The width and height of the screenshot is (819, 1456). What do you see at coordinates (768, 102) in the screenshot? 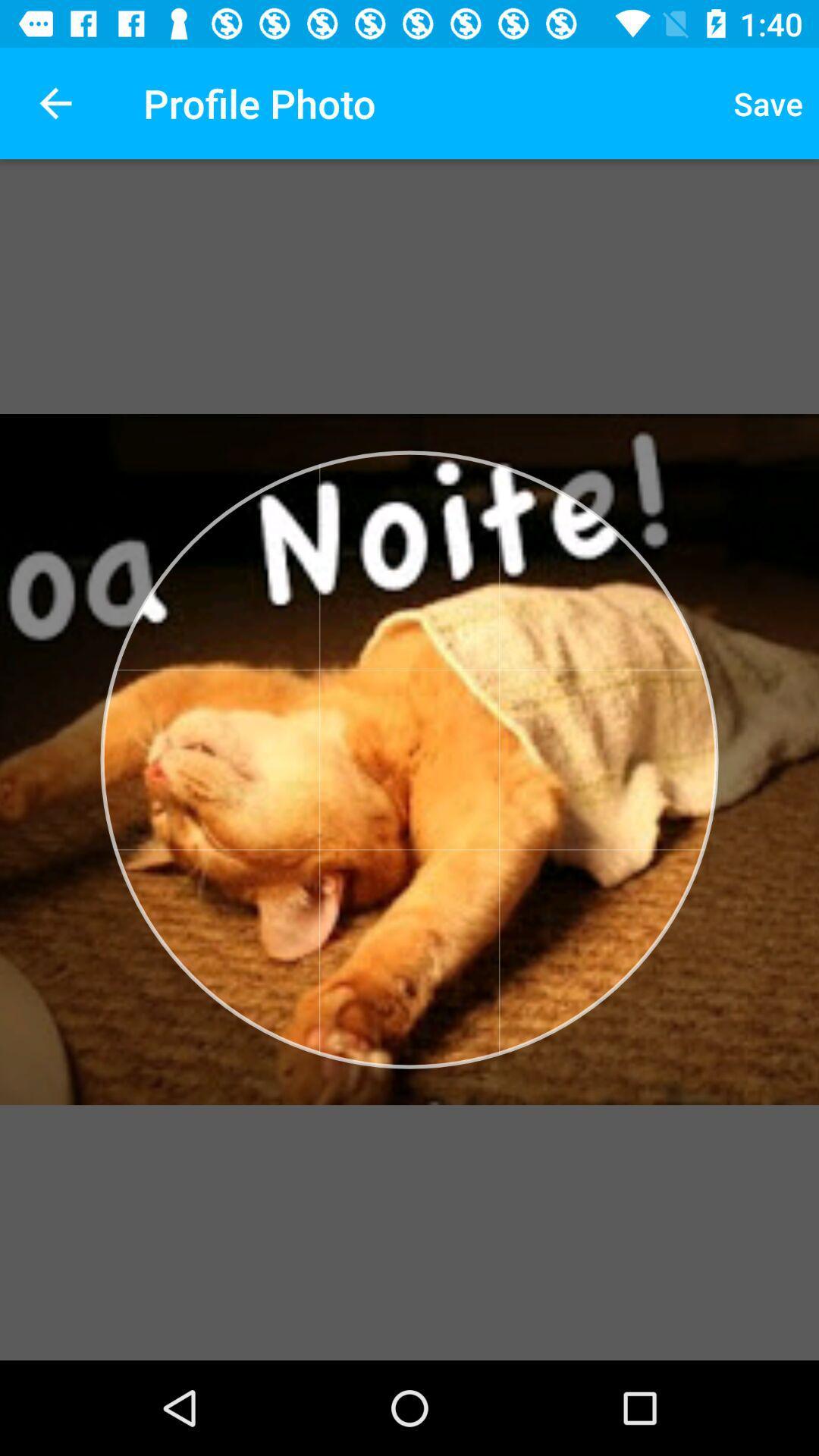
I see `the icon at the top right corner` at bounding box center [768, 102].